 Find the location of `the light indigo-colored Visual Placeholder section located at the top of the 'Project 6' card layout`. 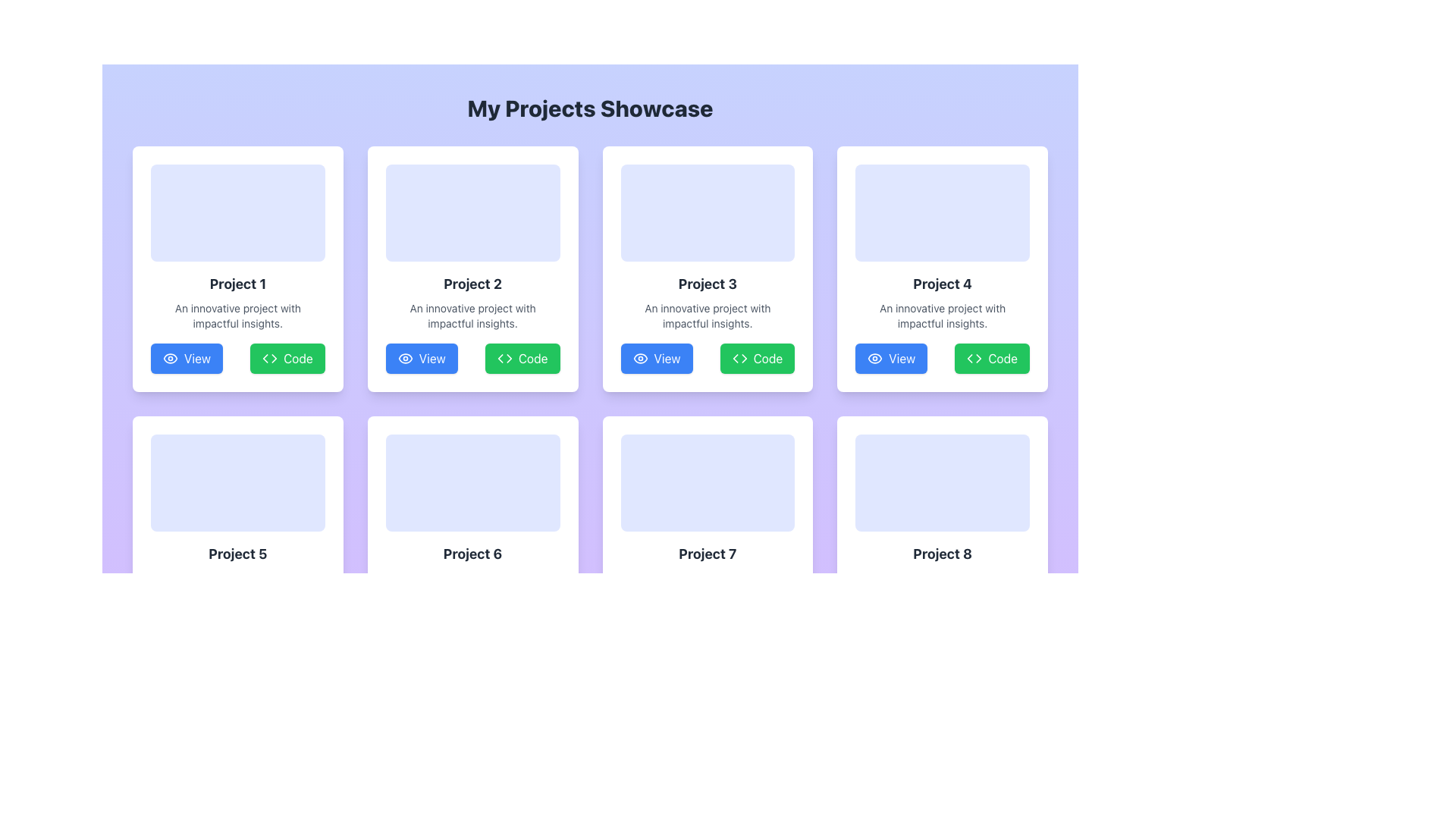

the light indigo-colored Visual Placeholder section located at the top of the 'Project 6' card layout is located at coordinates (472, 482).